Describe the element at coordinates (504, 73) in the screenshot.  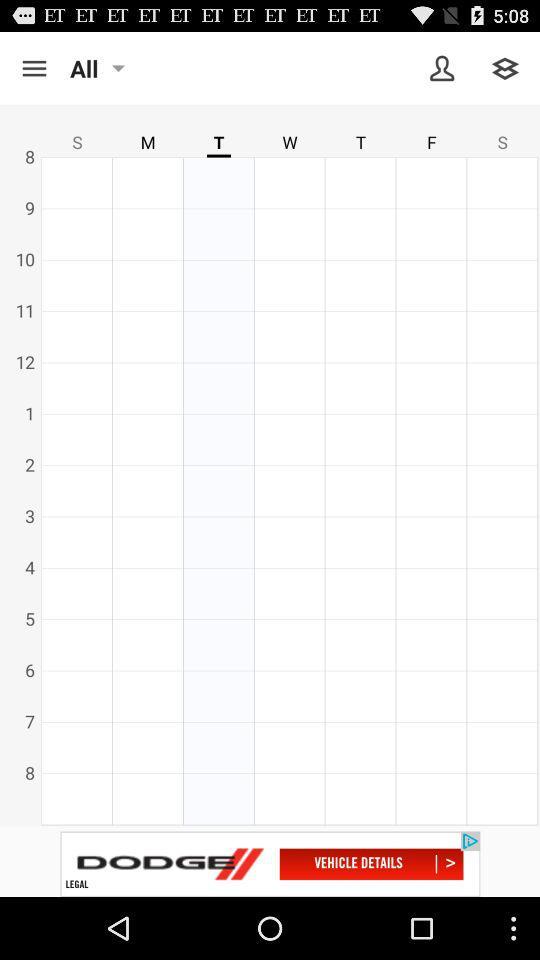
I see `the layers icon` at that location.